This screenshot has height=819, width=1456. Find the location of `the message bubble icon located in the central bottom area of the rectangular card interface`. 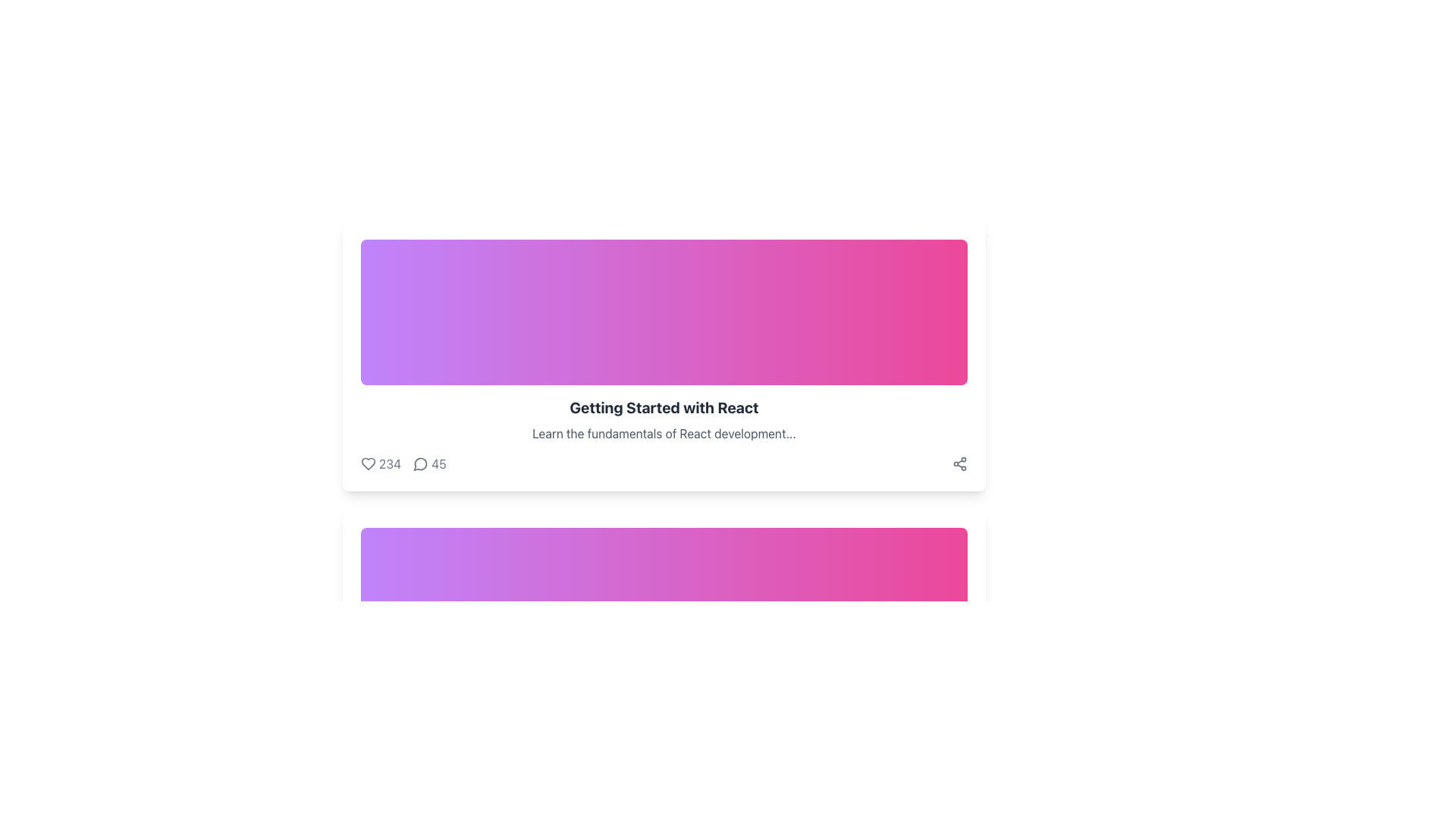

the message bubble icon located in the central bottom area of the rectangular card interface is located at coordinates (420, 463).